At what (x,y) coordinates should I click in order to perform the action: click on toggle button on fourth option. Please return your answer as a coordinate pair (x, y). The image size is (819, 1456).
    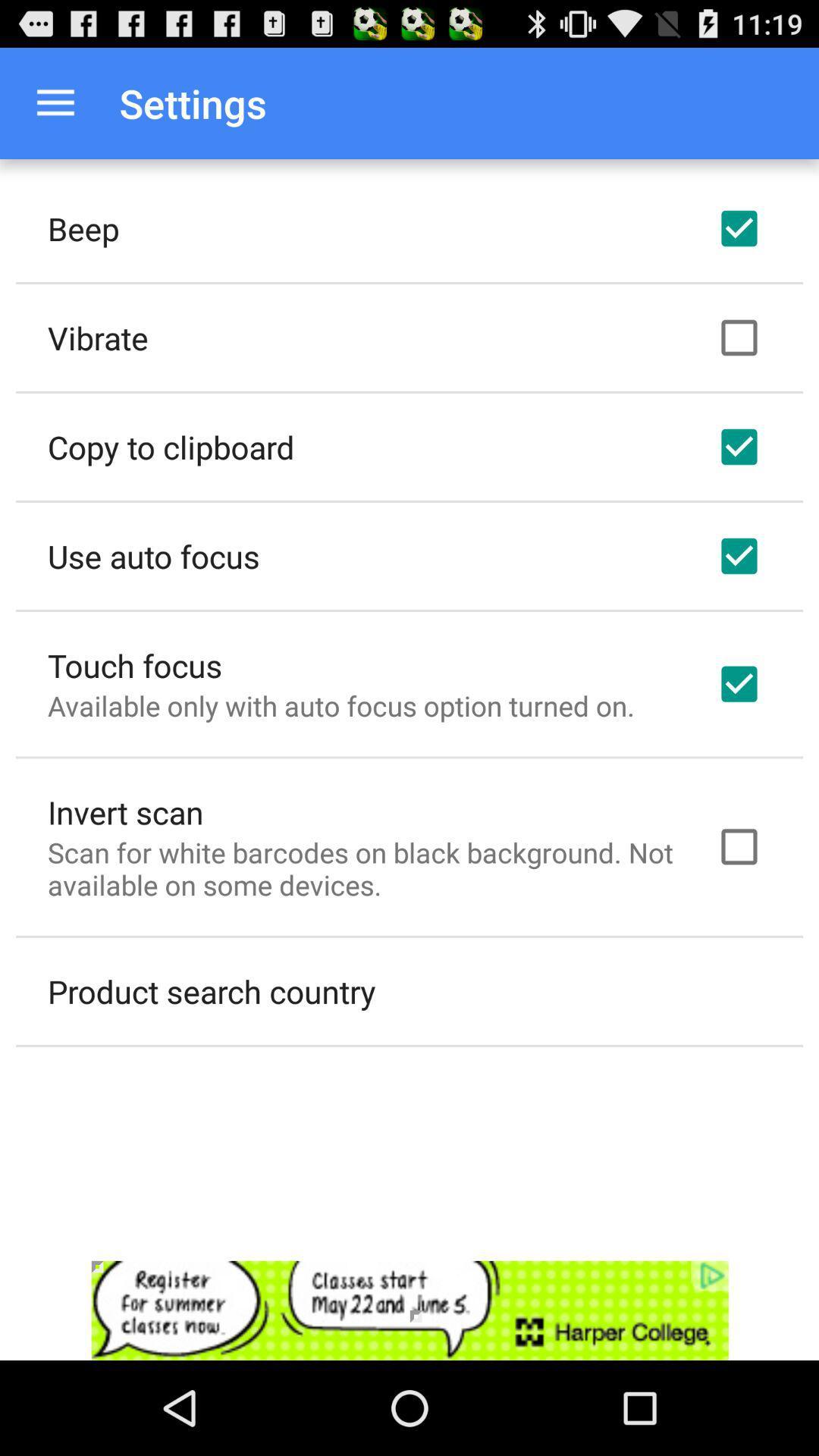
    Looking at the image, I should click on (739, 556).